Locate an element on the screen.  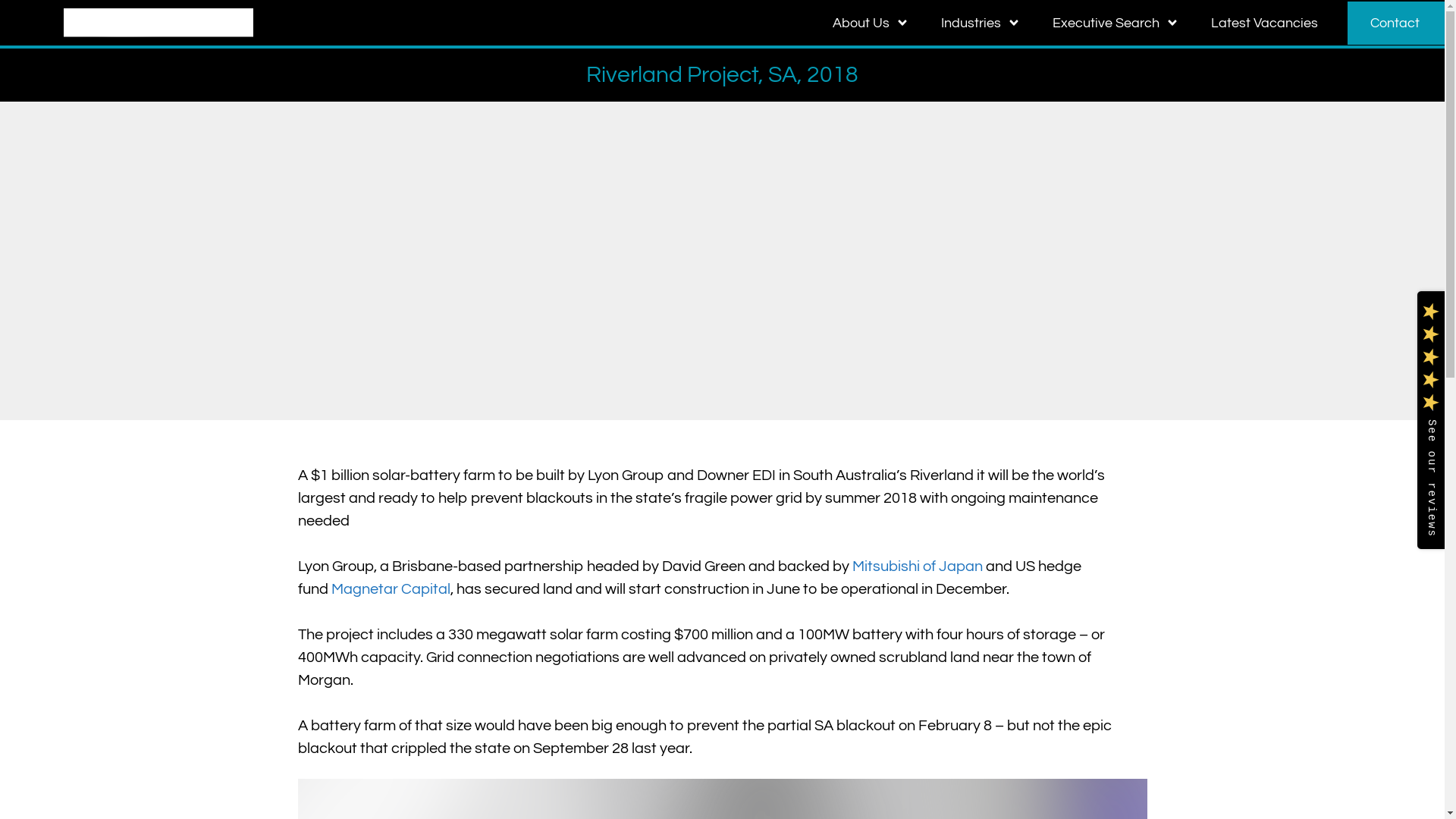
'Latest Vacancies' is located at coordinates (1266, 22).